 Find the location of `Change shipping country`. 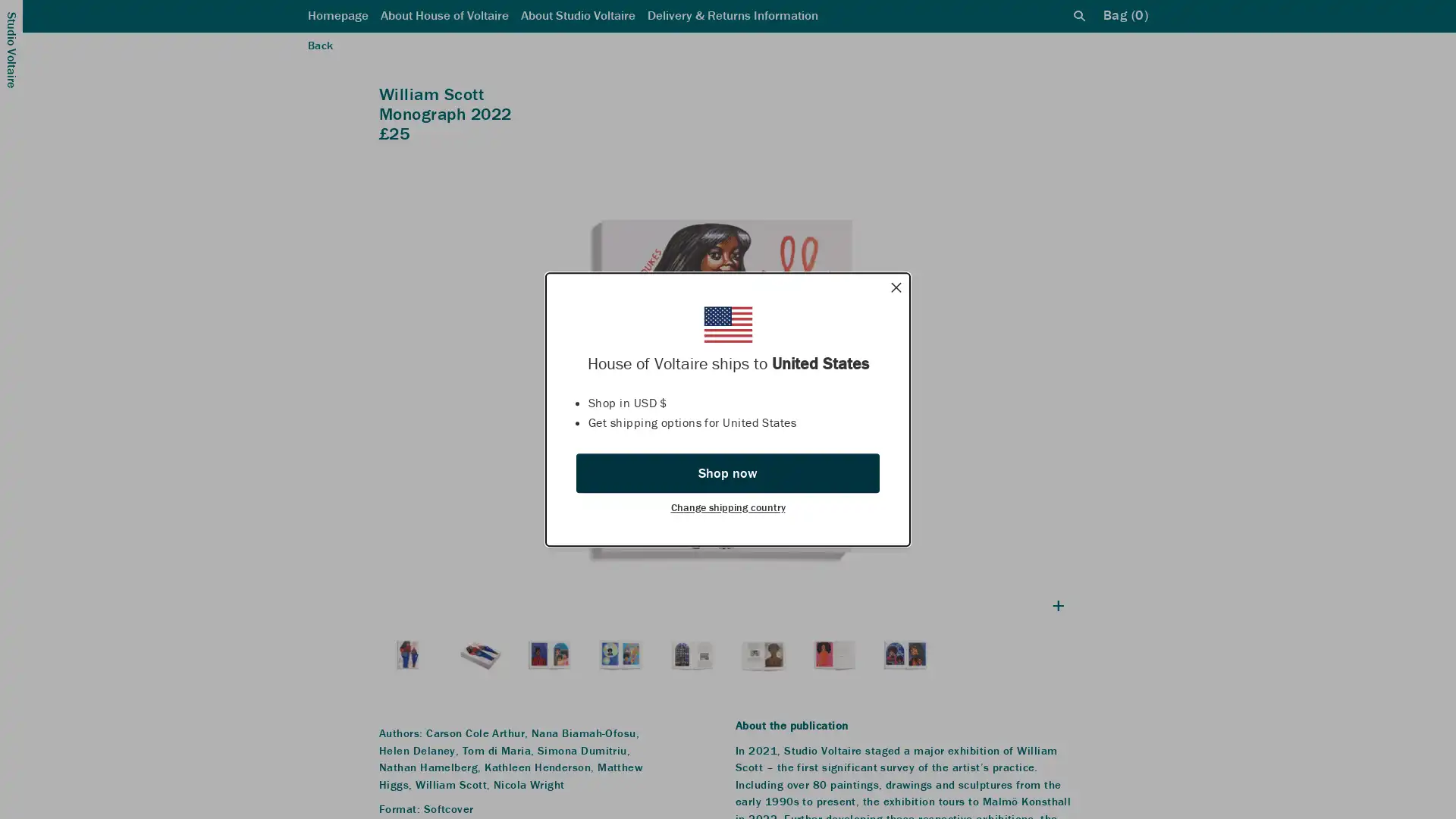

Change shipping country is located at coordinates (726, 507).